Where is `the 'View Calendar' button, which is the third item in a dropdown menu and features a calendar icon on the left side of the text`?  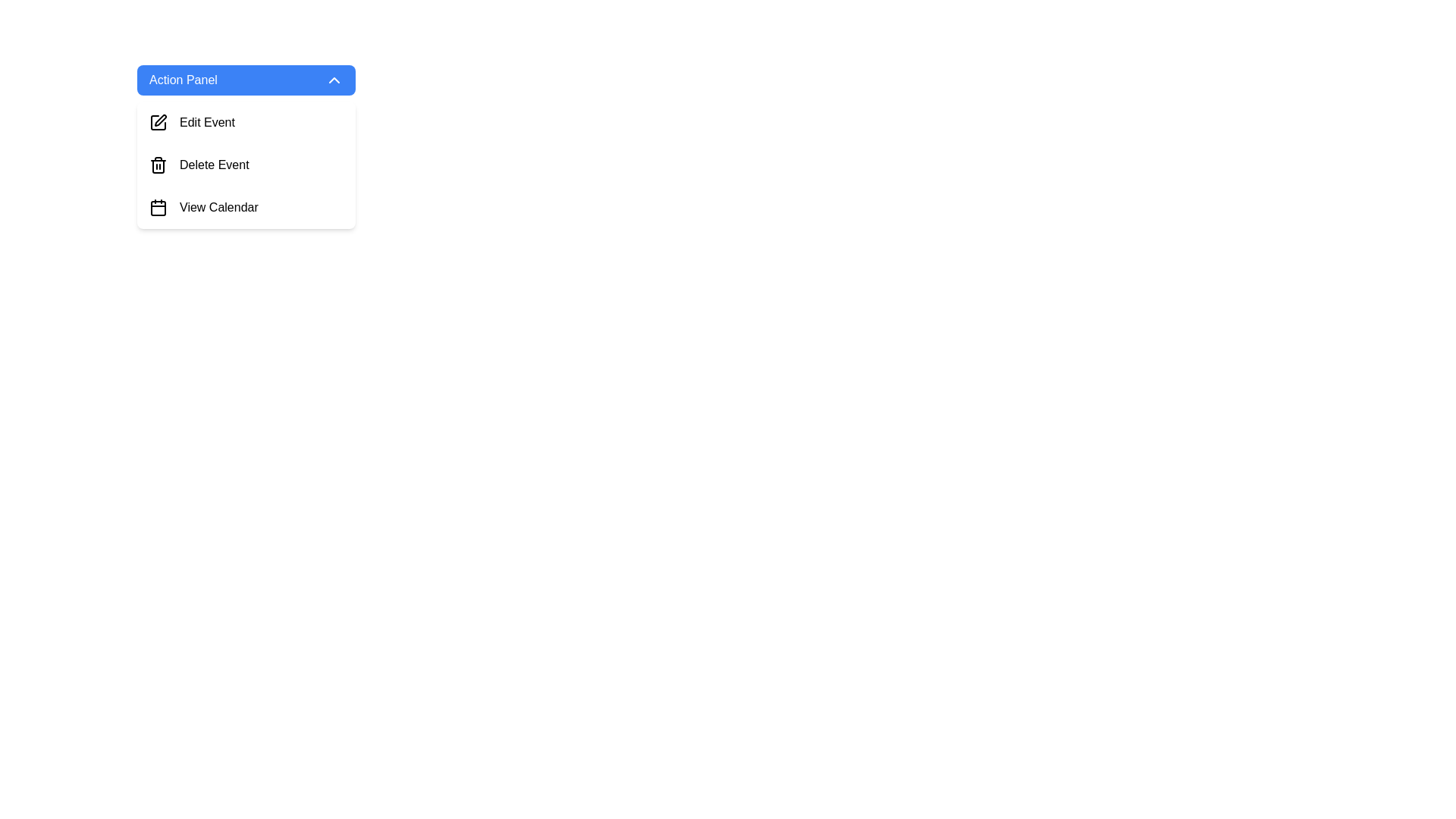
the 'View Calendar' button, which is the third item in a dropdown menu and features a calendar icon on the left side of the text is located at coordinates (246, 207).